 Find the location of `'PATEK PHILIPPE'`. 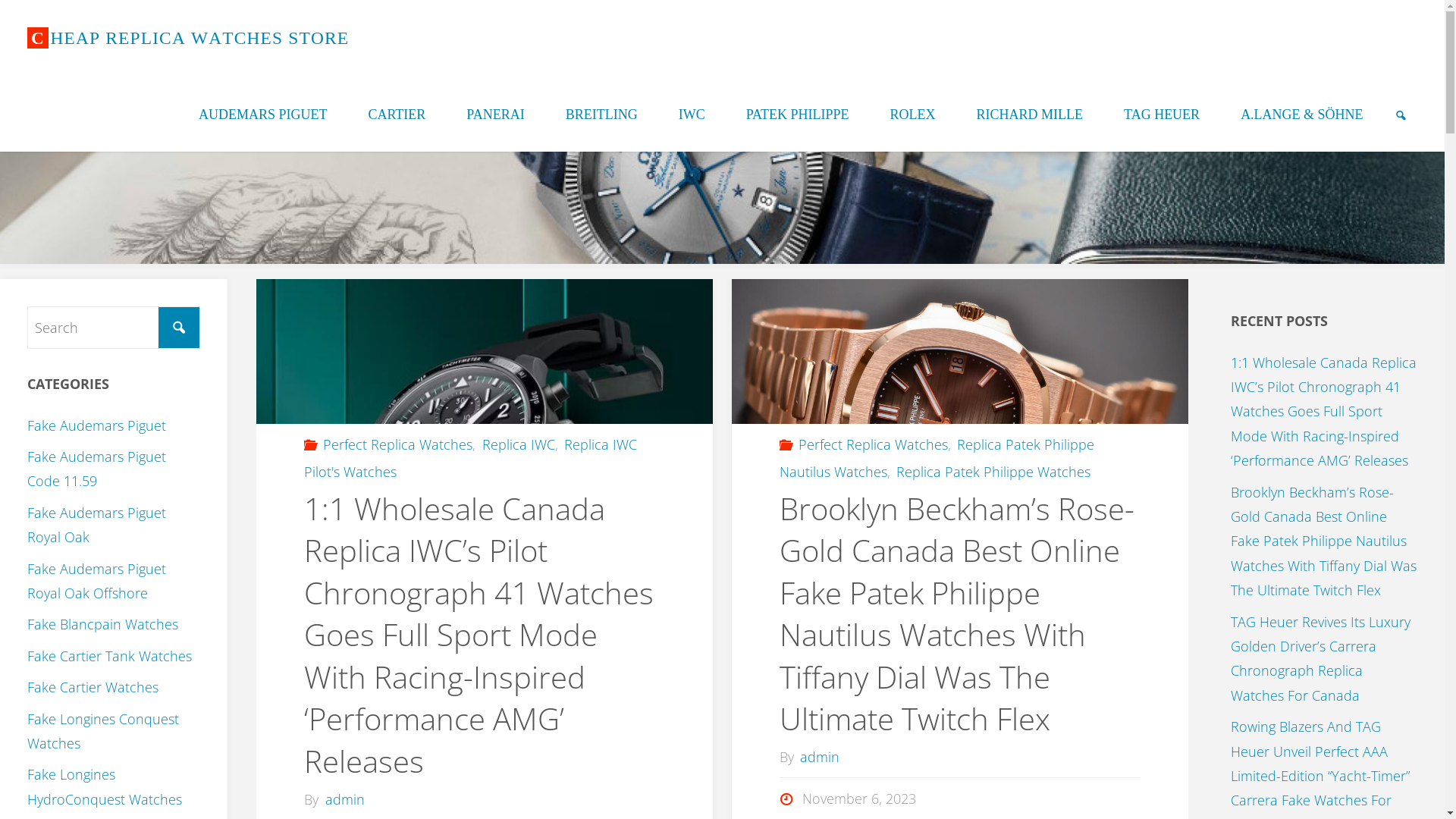

'PATEK PHILIPPE' is located at coordinates (796, 113).